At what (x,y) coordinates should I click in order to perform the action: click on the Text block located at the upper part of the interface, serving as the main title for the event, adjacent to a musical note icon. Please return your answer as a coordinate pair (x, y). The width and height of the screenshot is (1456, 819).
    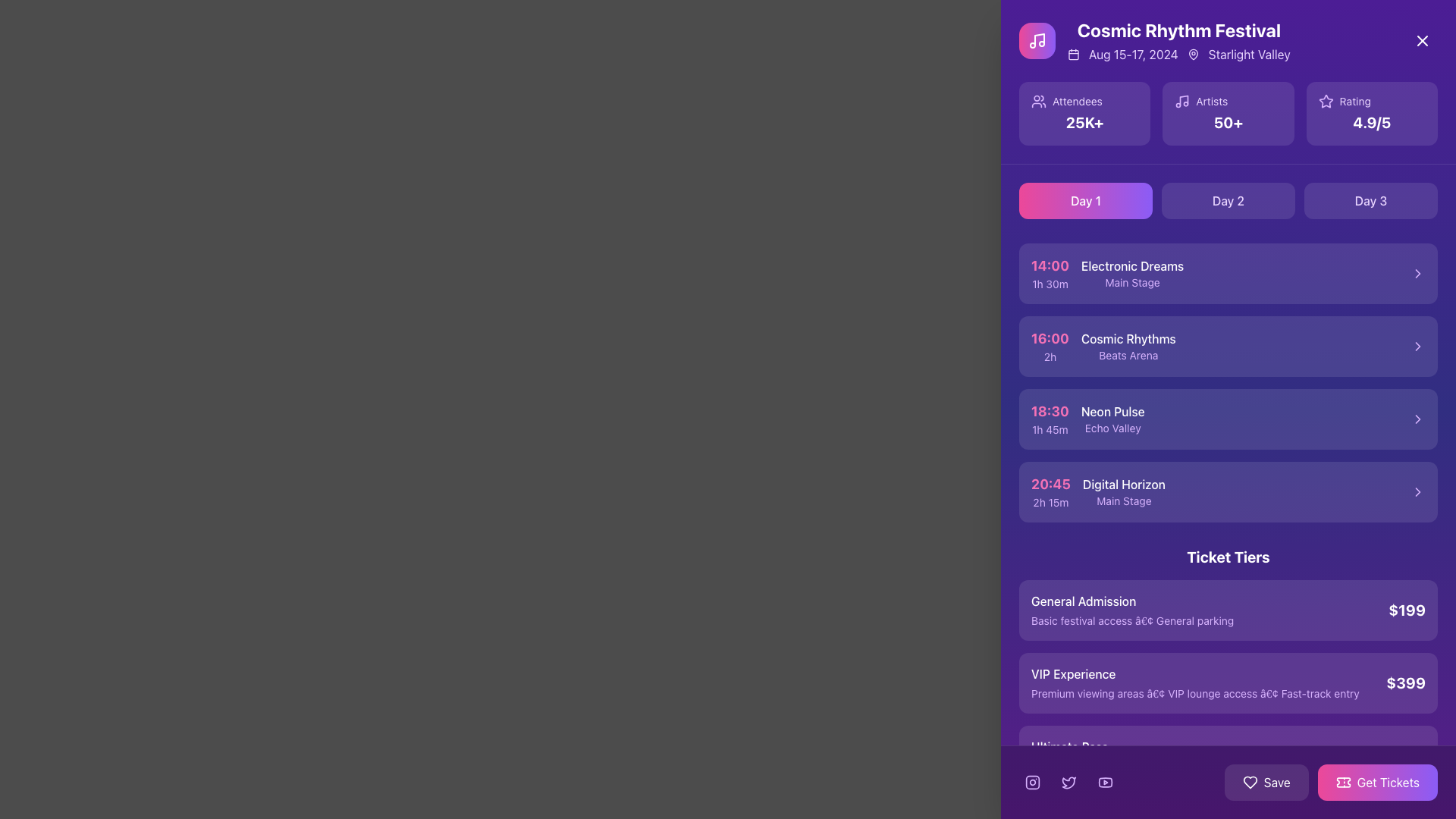
    Looking at the image, I should click on (1178, 40).